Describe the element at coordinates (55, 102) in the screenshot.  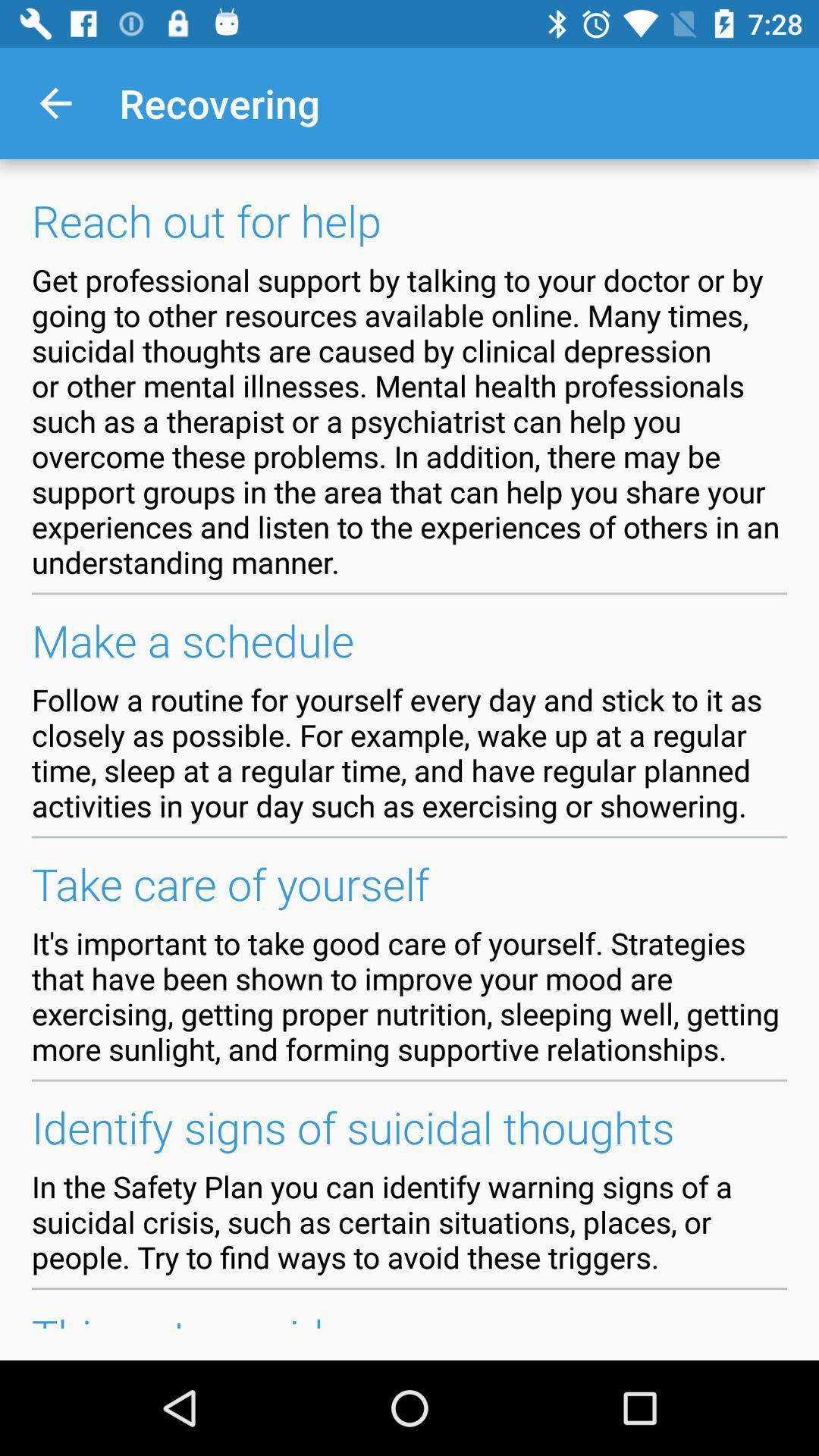
I see `the item next to recovering icon` at that location.